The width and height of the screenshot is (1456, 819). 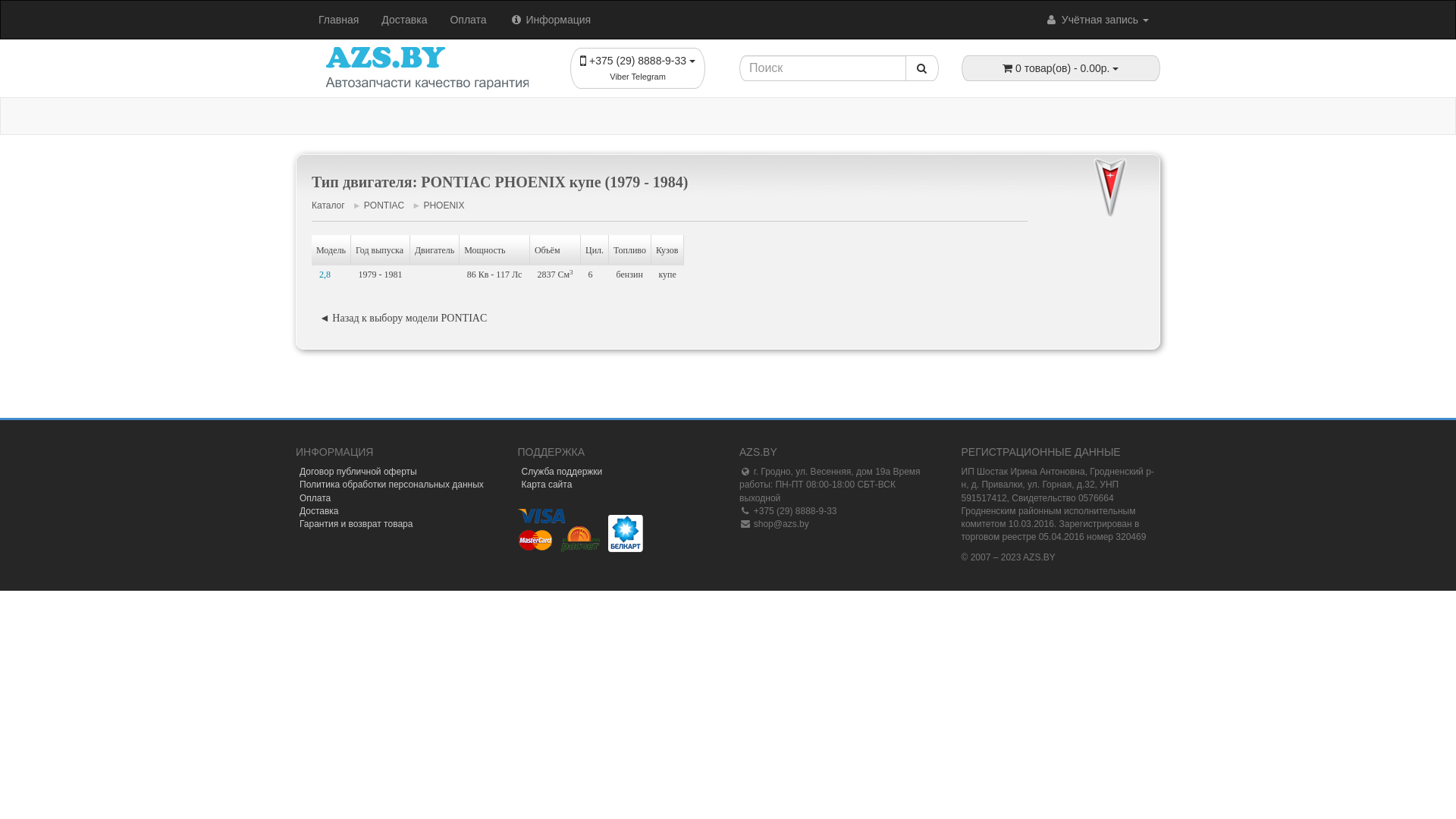 I want to click on 'PONTI', so click(x=1075, y=188).